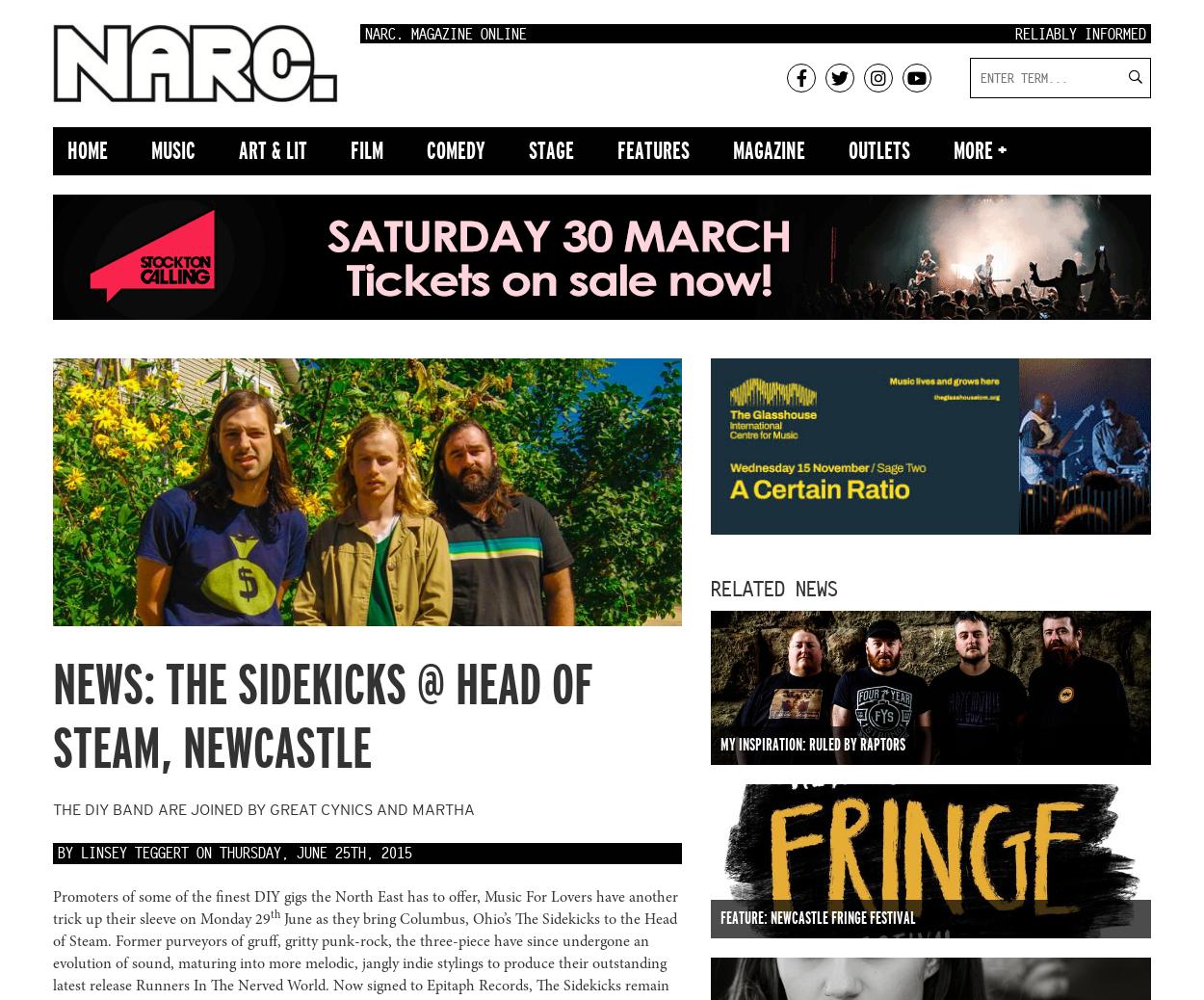  Describe the element at coordinates (550, 149) in the screenshot. I see `'Stage'` at that location.